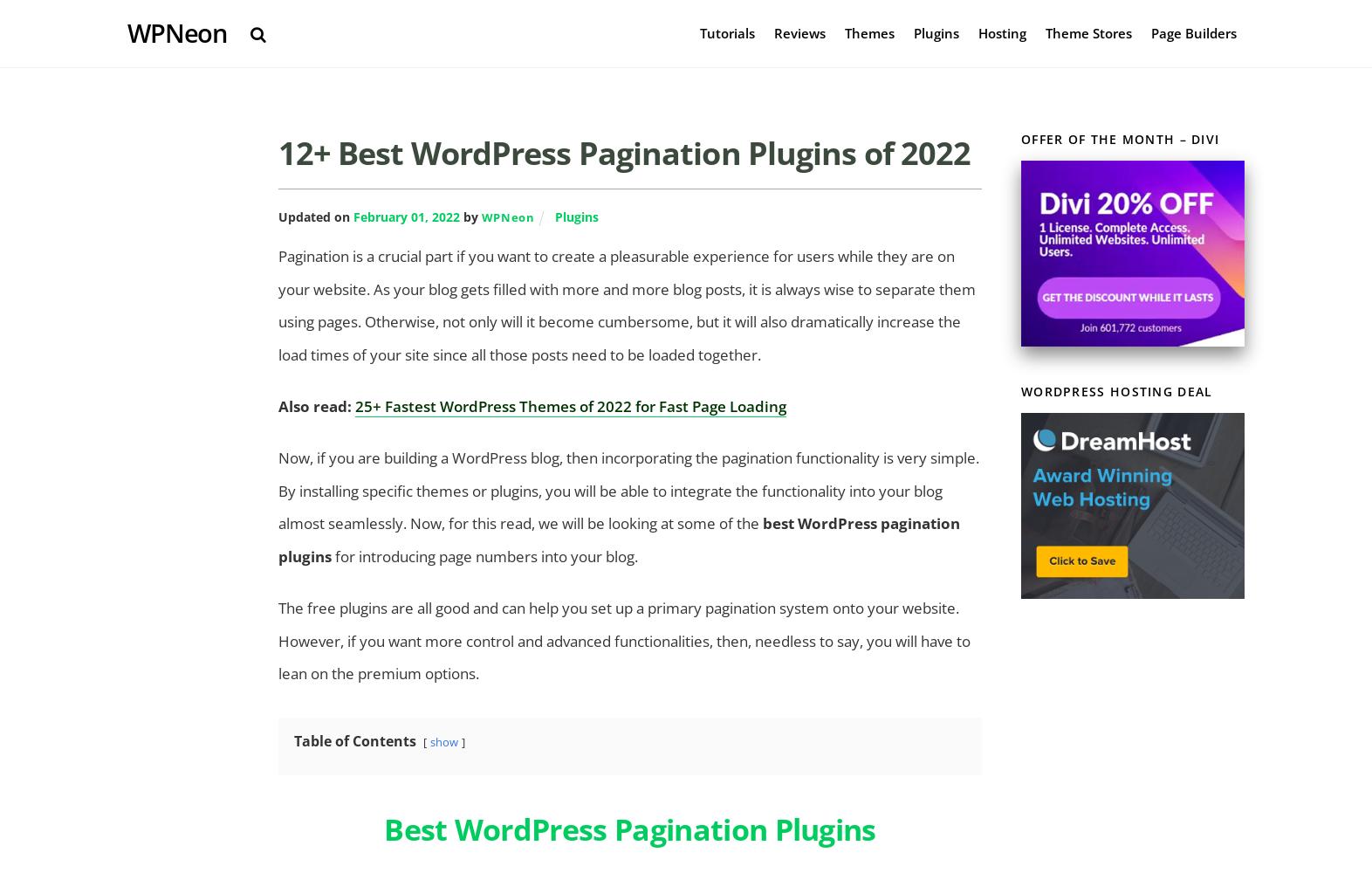 Image resolution: width=1372 pixels, height=873 pixels. I want to click on 'Hosting', so click(1002, 33).